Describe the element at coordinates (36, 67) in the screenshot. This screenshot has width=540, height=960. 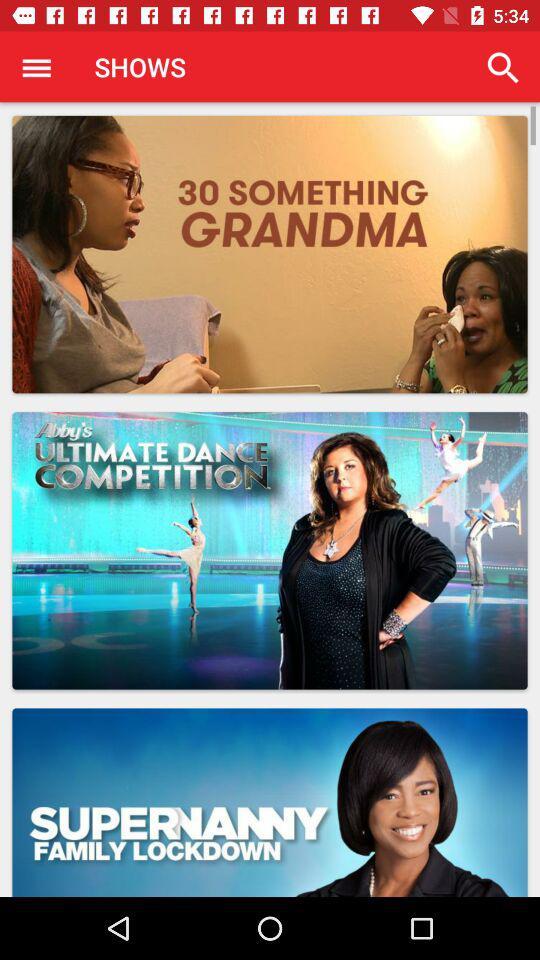
I see `app next to the shows icon` at that location.